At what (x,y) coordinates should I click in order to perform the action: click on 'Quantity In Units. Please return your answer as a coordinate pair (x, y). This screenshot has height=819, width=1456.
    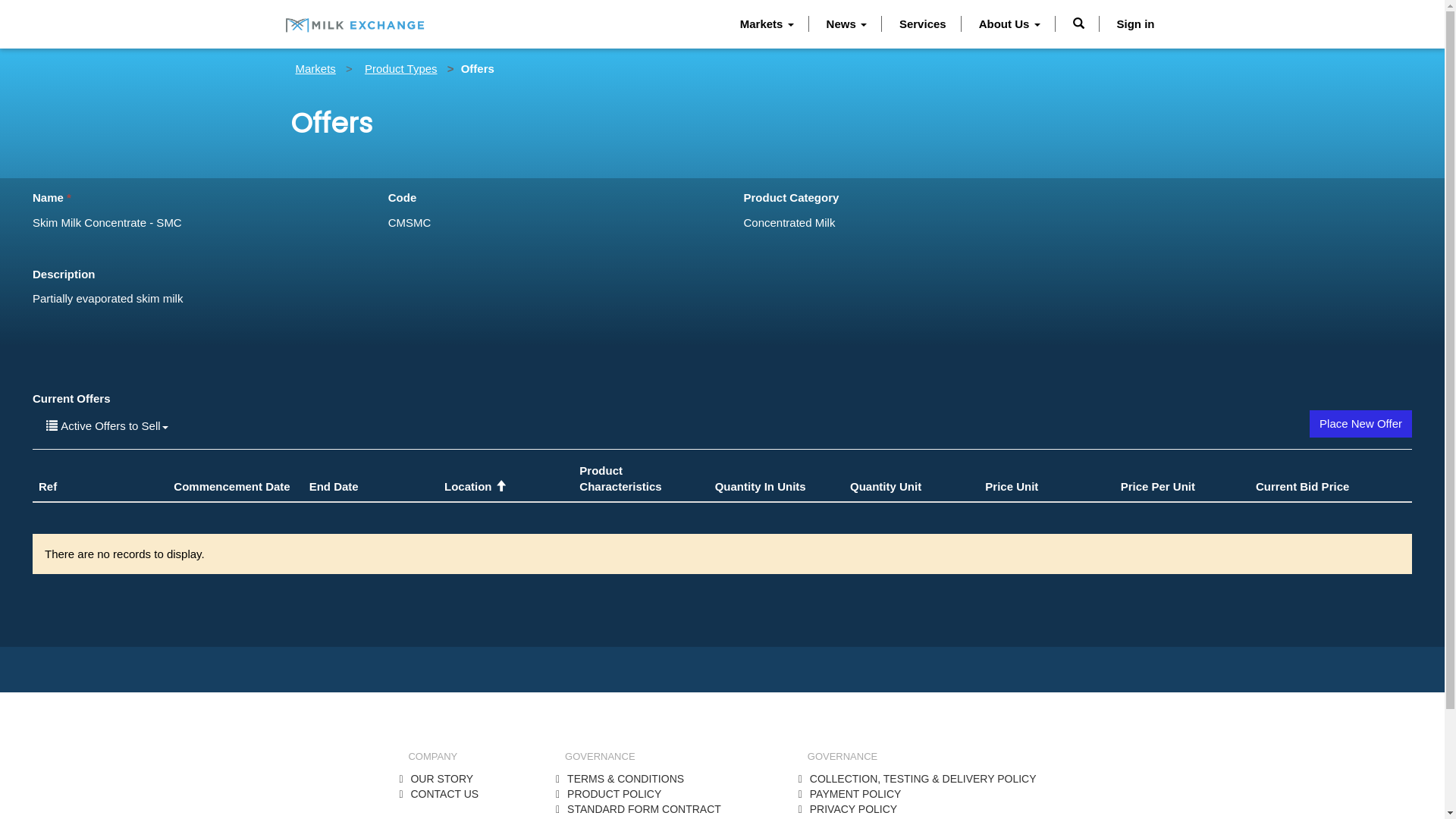
    Looking at the image, I should click on (761, 486).